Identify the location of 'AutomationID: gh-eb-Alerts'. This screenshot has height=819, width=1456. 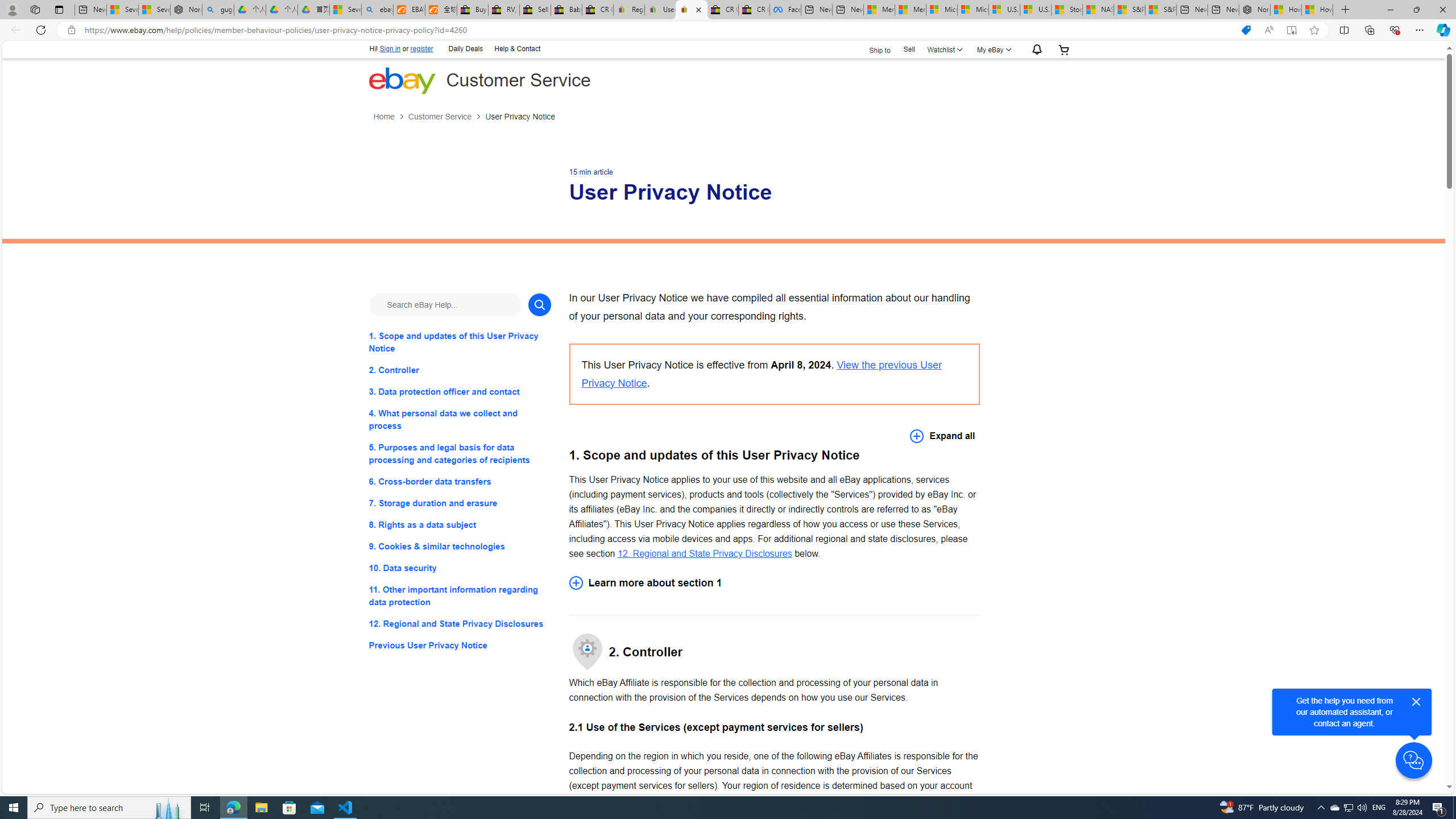
(1035, 49).